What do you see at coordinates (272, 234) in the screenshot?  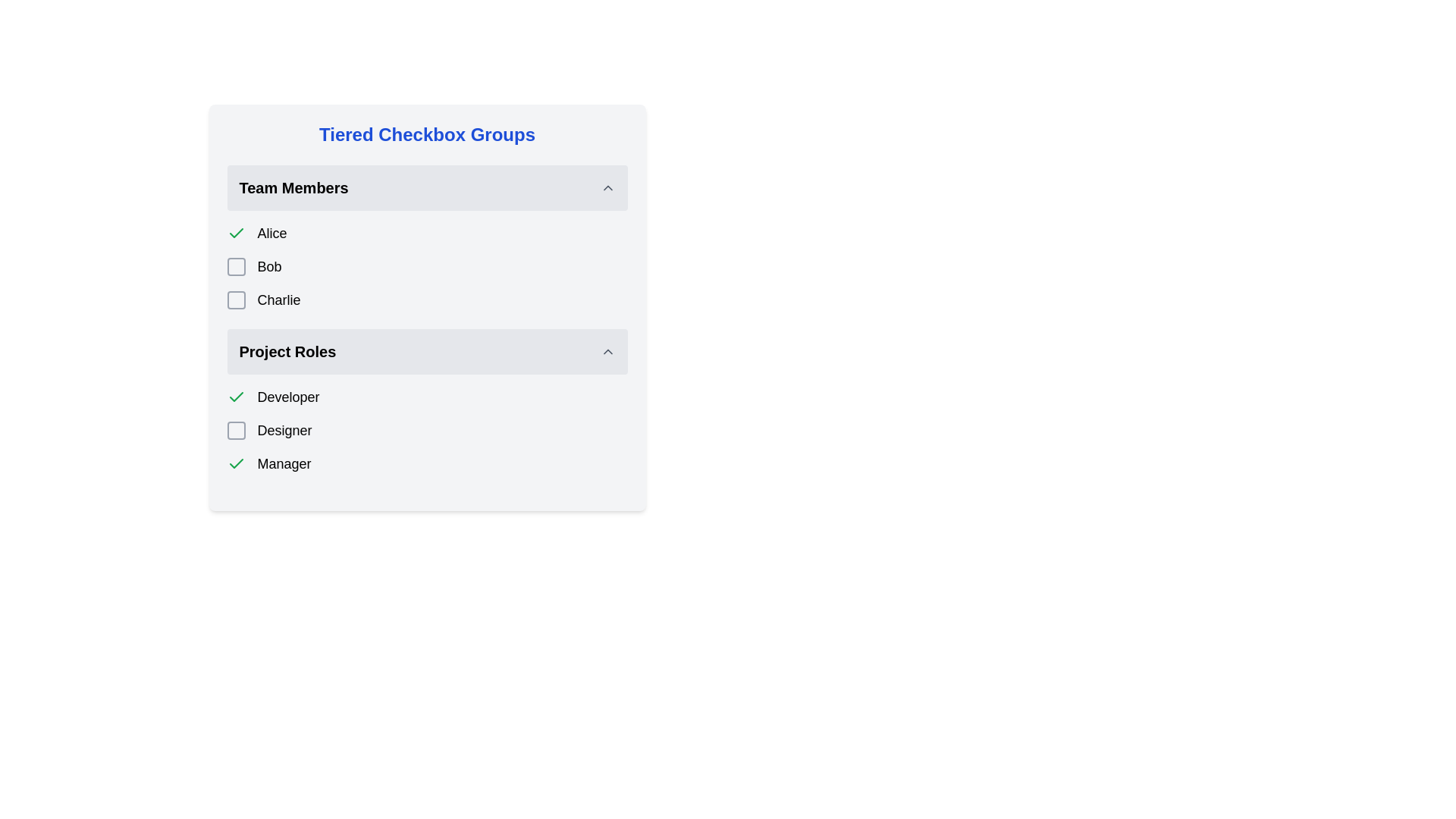 I see `the text label 'Alice' in the 'Team Members' list, which is the first item and has a green checkmark adjacent to it` at bounding box center [272, 234].